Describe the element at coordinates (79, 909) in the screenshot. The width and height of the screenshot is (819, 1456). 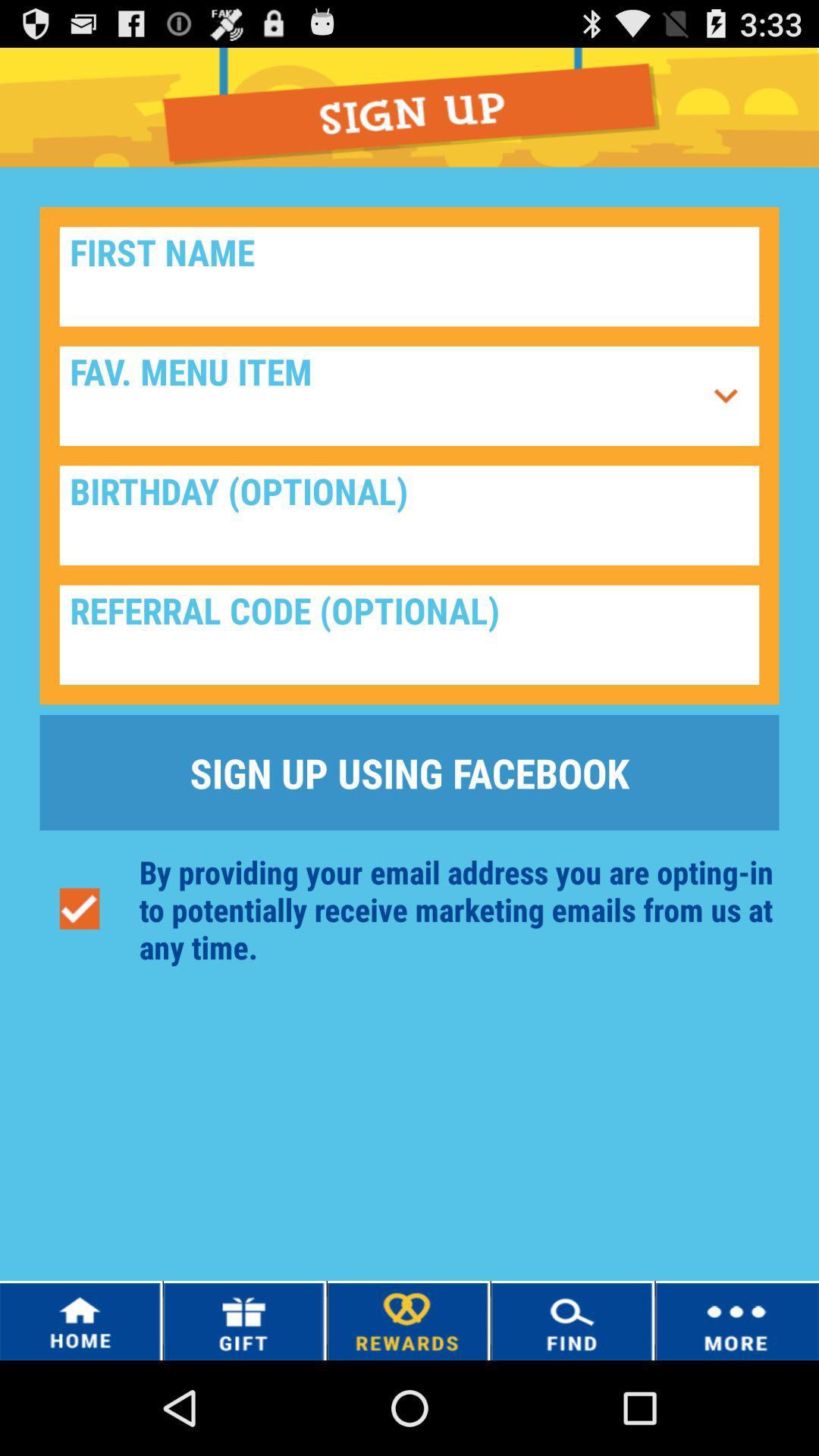
I see `click the tick box` at that location.